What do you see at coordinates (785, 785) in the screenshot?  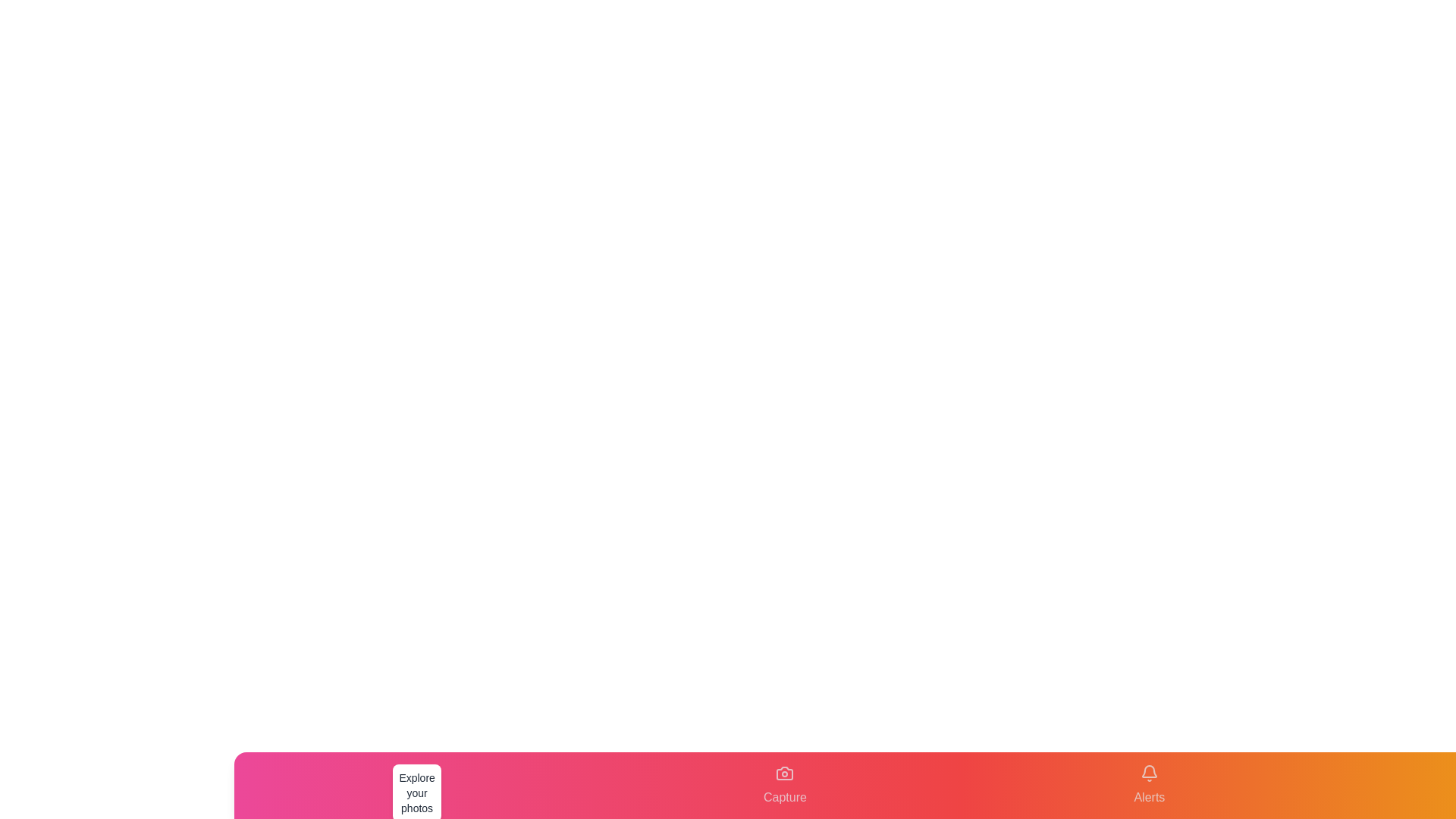 I see `the tab labeled Capture to observe the visual feedback` at bounding box center [785, 785].